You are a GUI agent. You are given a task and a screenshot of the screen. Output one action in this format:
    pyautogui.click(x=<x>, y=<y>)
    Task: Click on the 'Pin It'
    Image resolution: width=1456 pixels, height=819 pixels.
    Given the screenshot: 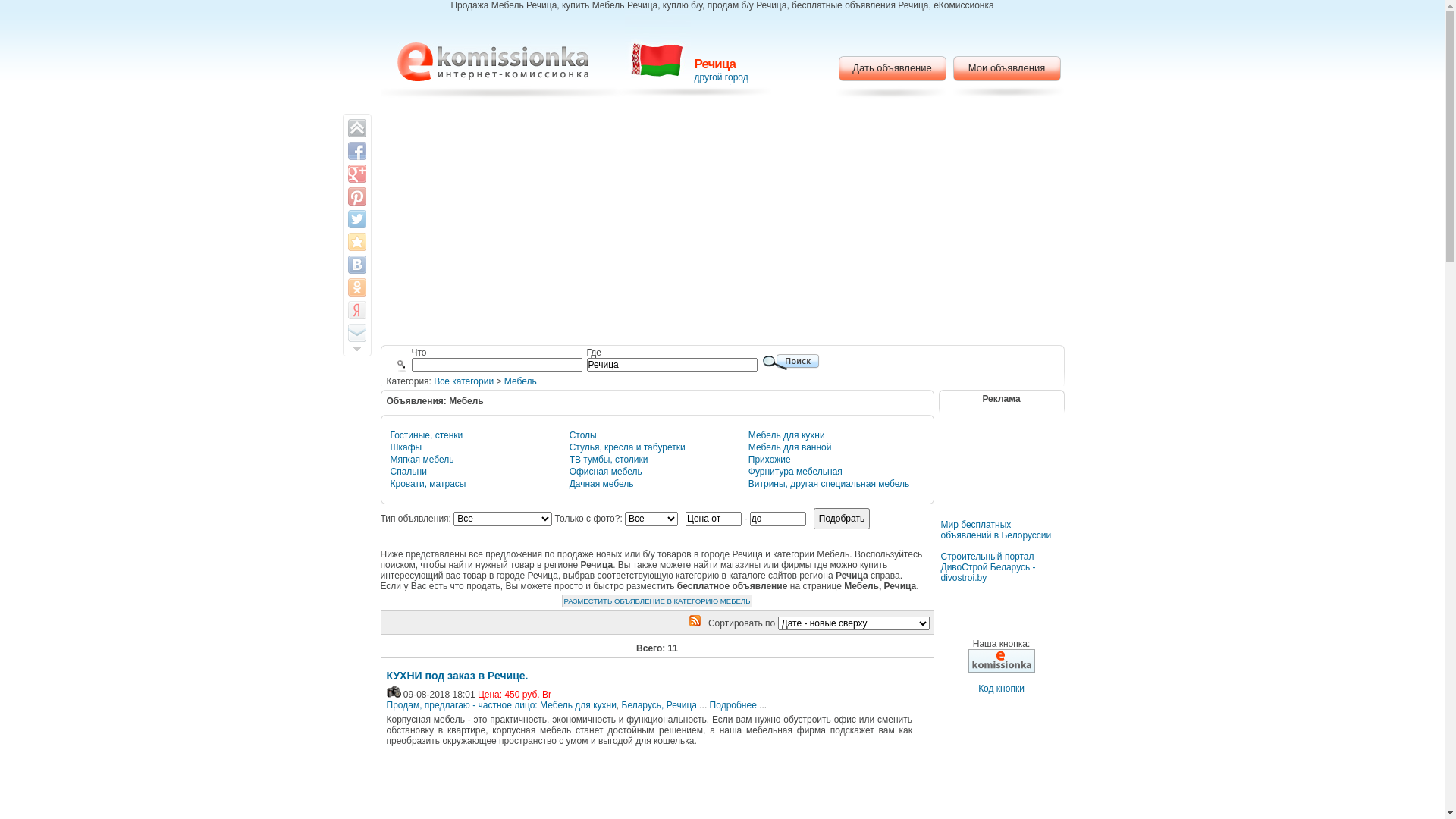 What is the action you would take?
    pyautogui.click(x=356, y=195)
    